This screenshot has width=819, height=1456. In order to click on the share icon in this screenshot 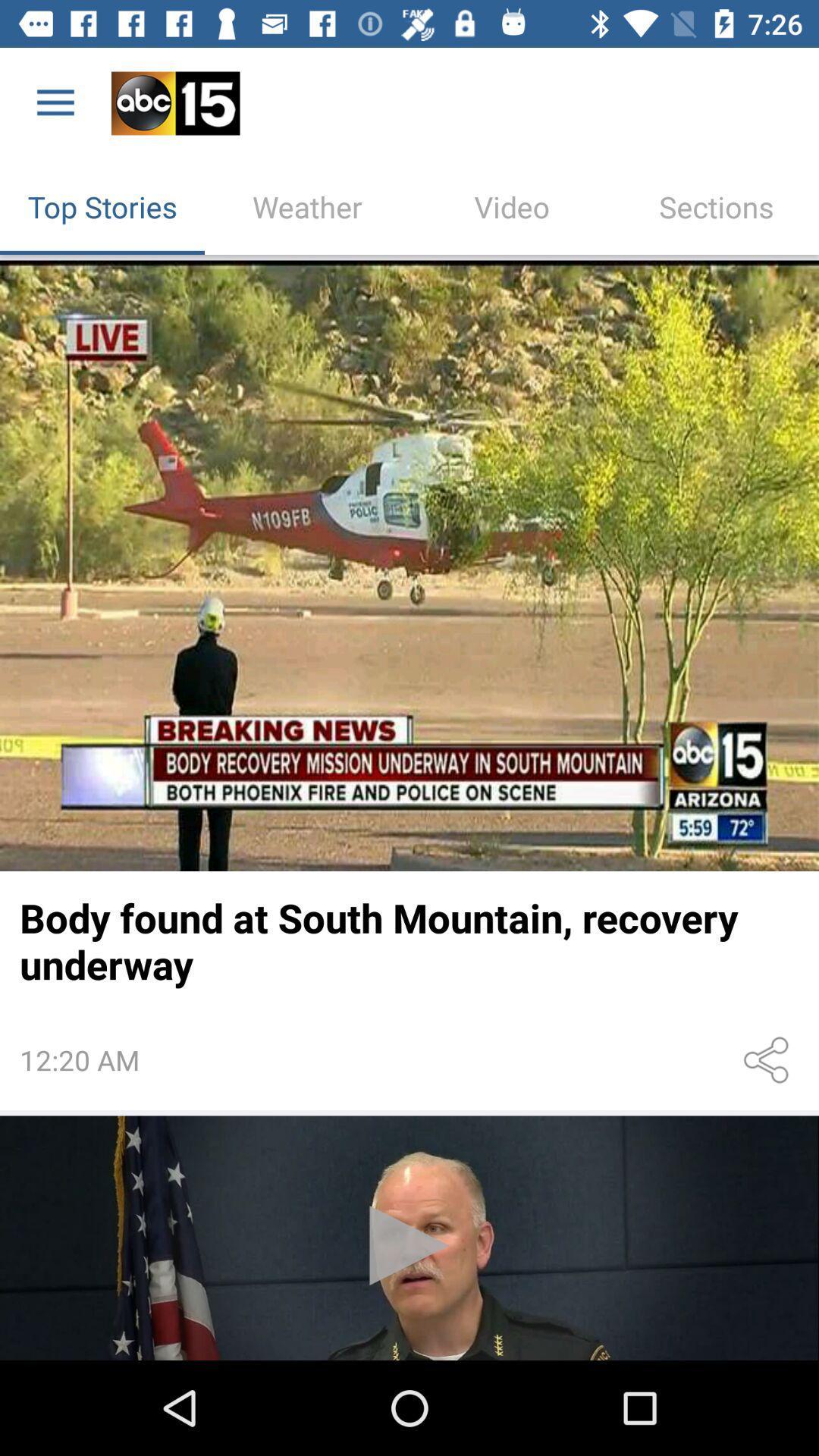, I will do `click(769, 1059)`.